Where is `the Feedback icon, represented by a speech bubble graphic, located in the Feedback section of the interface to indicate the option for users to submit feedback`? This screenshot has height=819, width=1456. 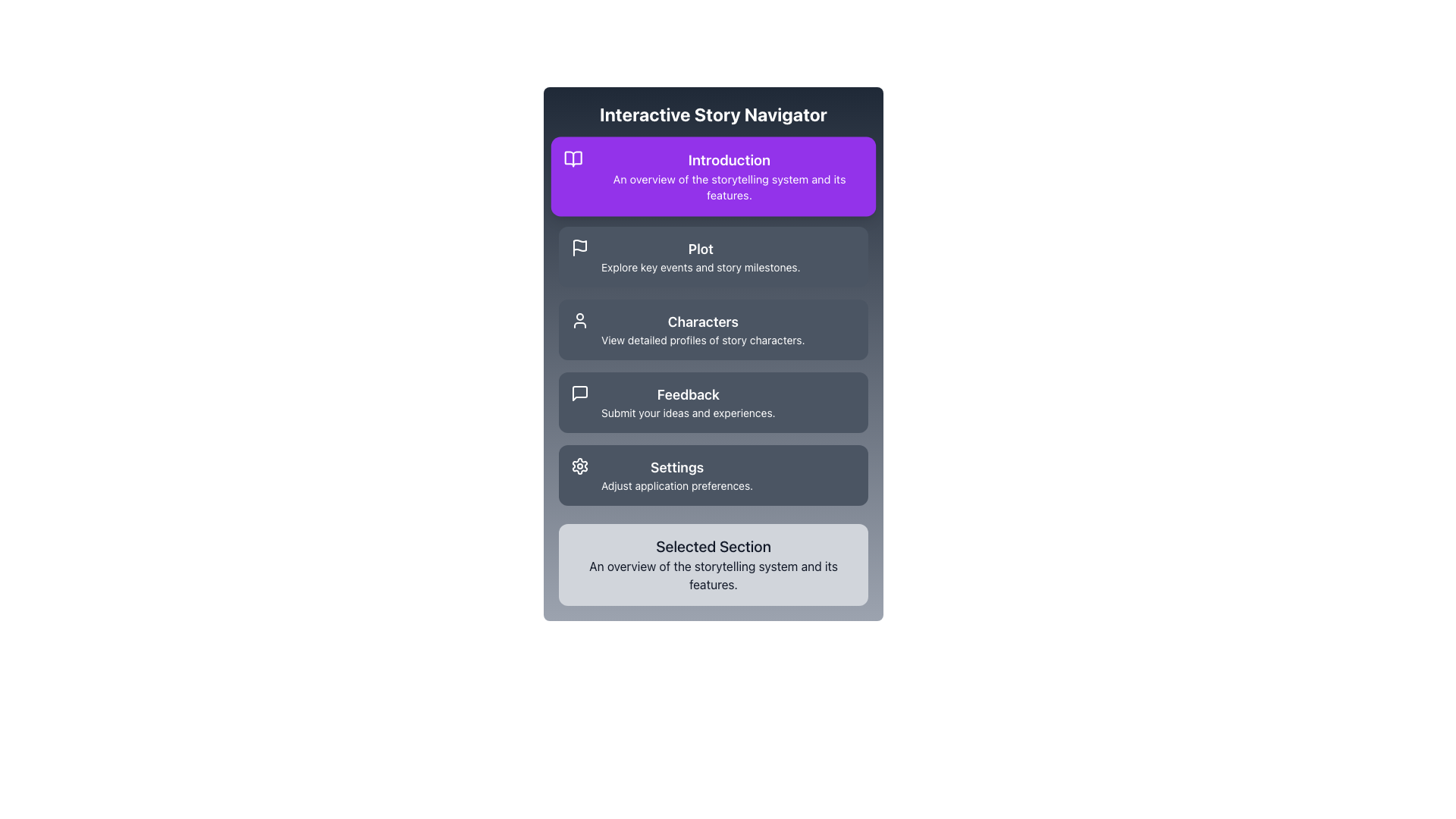 the Feedback icon, represented by a speech bubble graphic, located in the Feedback section of the interface to indicate the option for users to submit feedback is located at coordinates (579, 393).